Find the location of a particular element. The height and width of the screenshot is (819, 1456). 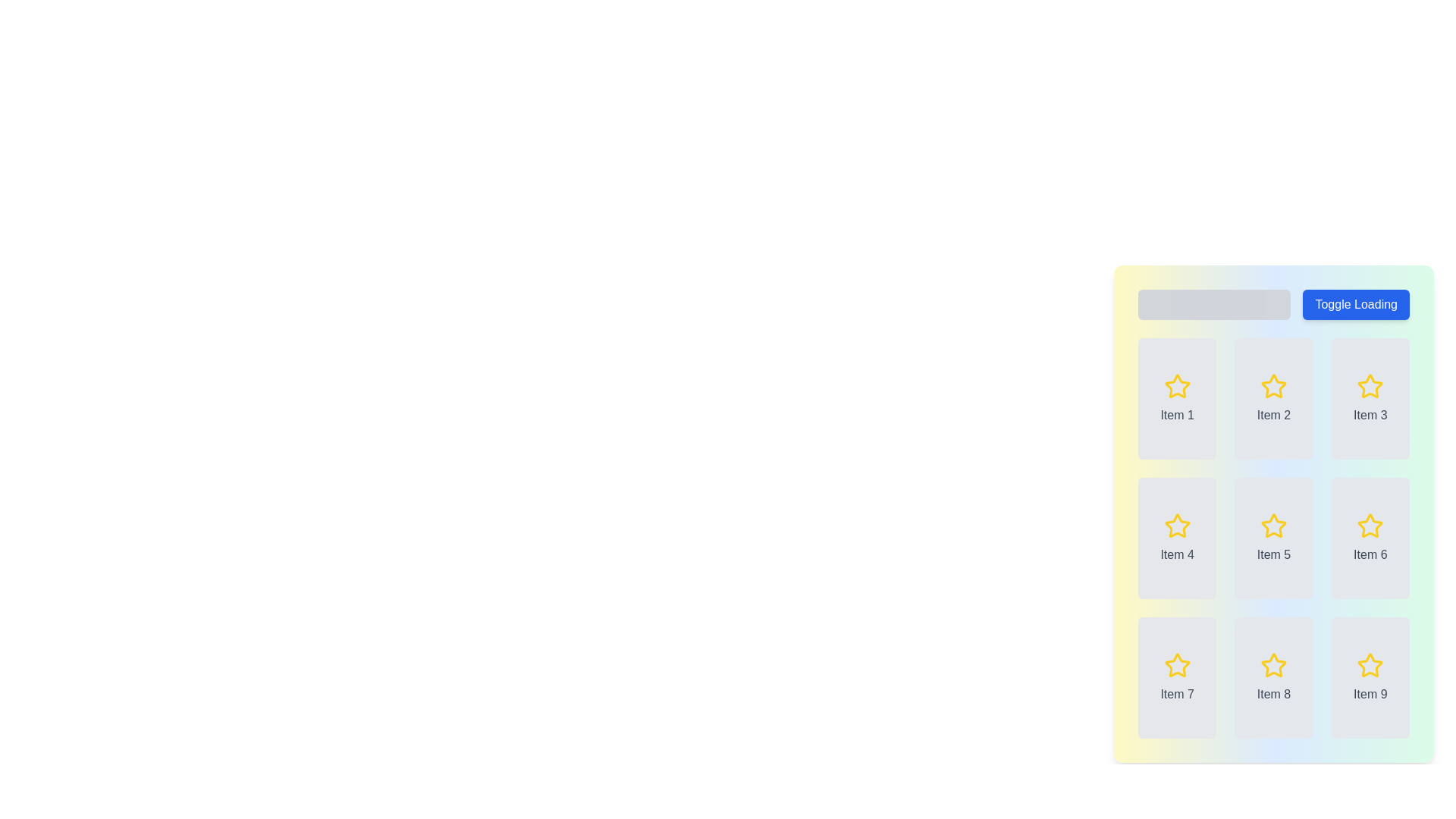

the text label displaying 'Item 9', which is styled with gray color and medium weight font, located under a star icon in the last box of the bottom row is located at coordinates (1370, 694).